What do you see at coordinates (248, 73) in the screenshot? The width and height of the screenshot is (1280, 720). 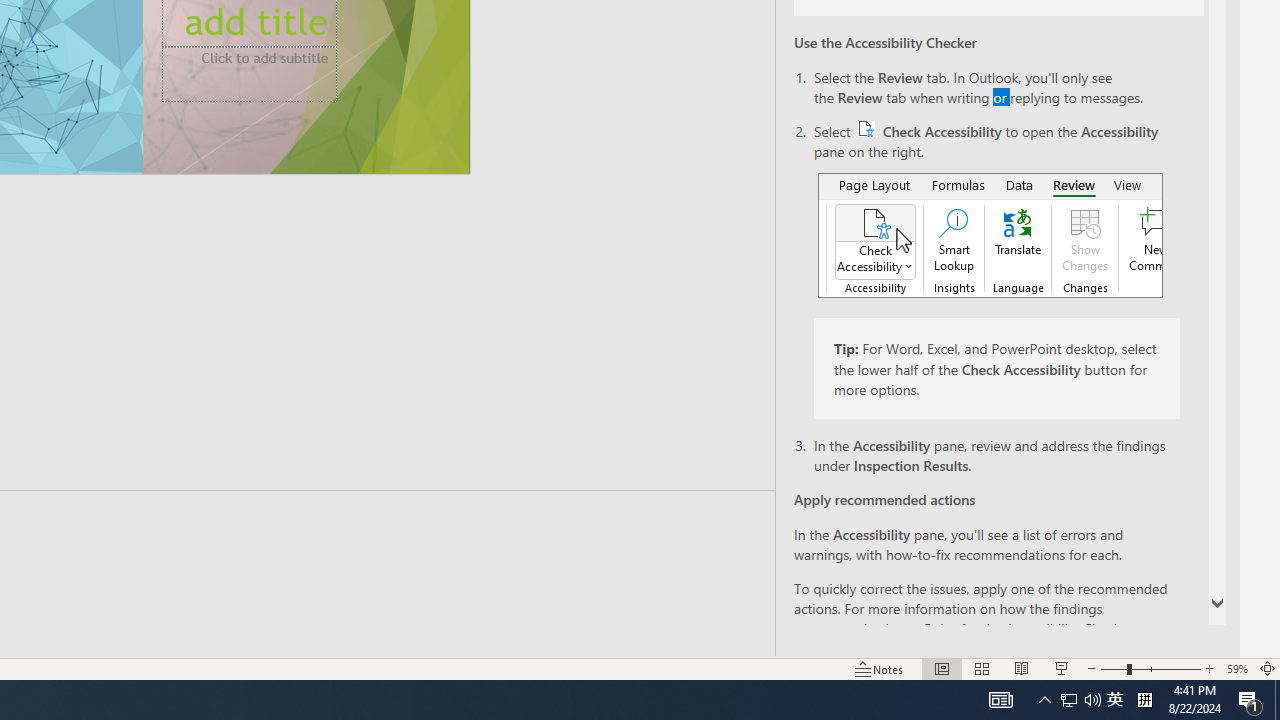 I see `'Subtitle TextBox'` at bounding box center [248, 73].